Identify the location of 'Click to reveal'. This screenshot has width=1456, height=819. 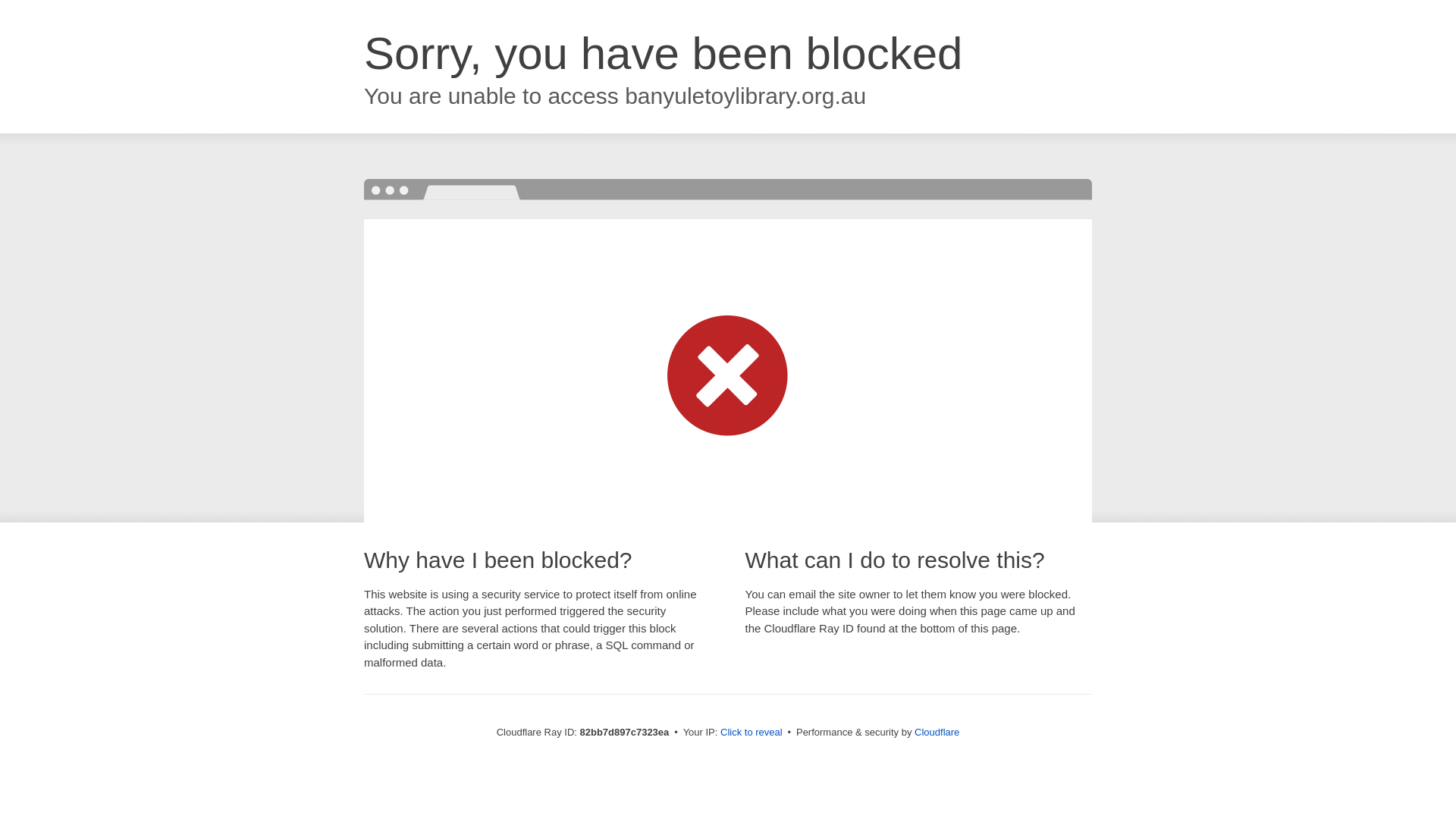
(751, 731).